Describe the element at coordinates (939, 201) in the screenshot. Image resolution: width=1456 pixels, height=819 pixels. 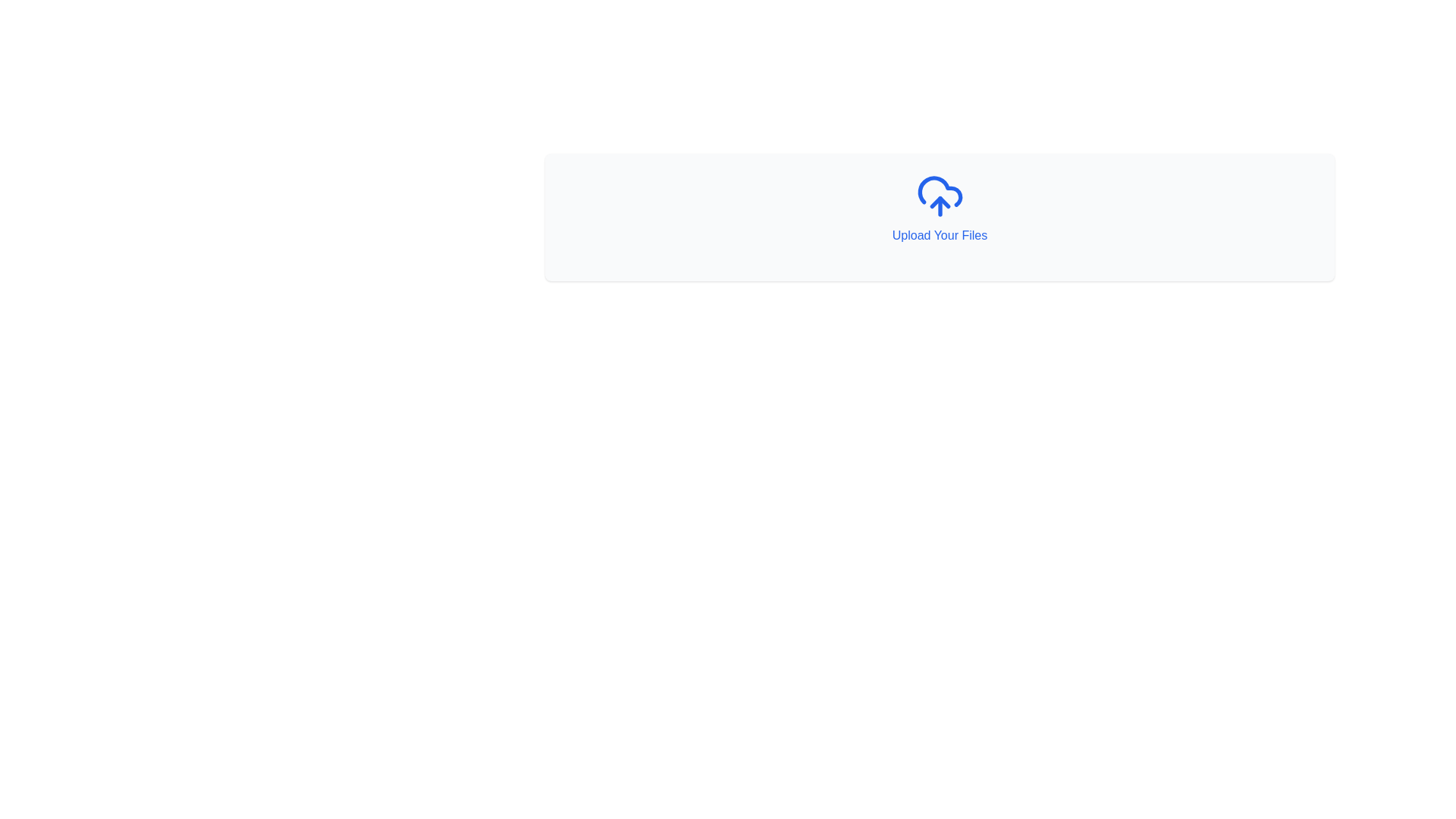
I see `the blue triangular icon located centrally within the cloud-shaped graphic in the upload interface` at that location.